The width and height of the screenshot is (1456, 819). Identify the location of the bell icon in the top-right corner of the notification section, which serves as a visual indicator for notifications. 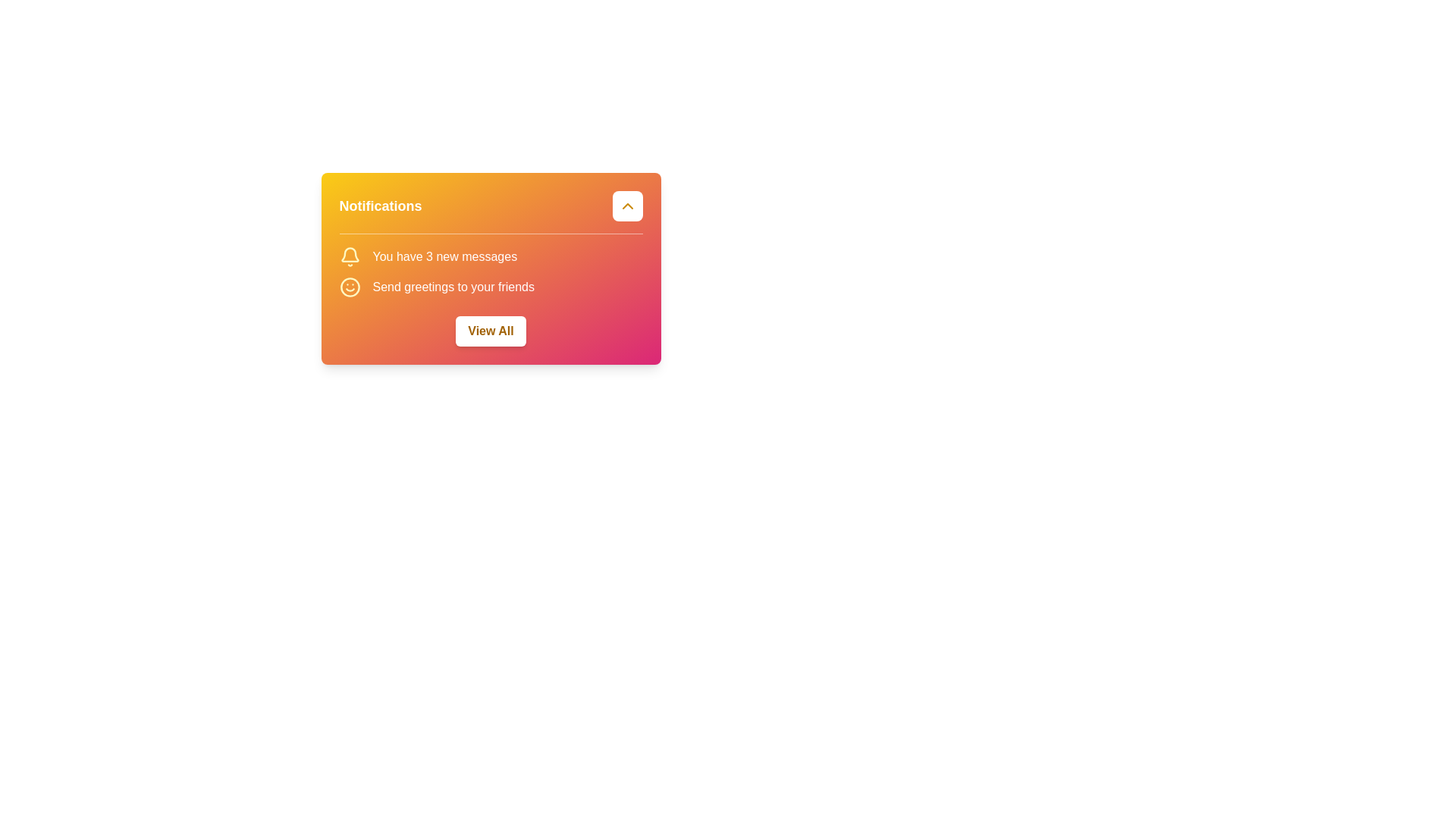
(349, 254).